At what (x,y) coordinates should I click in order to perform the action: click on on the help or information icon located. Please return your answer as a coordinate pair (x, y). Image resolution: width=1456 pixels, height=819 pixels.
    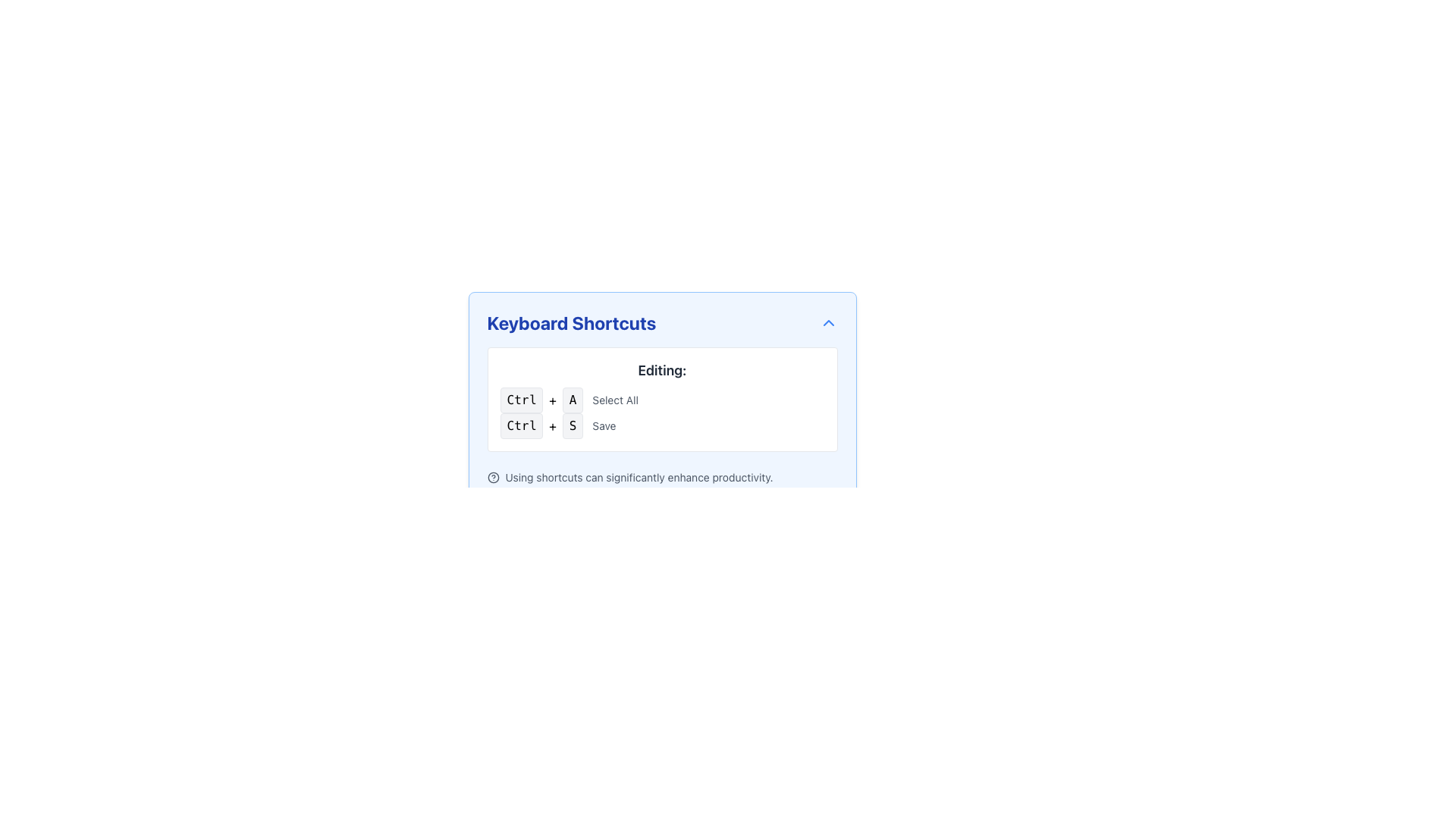
    Looking at the image, I should click on (493, 476).